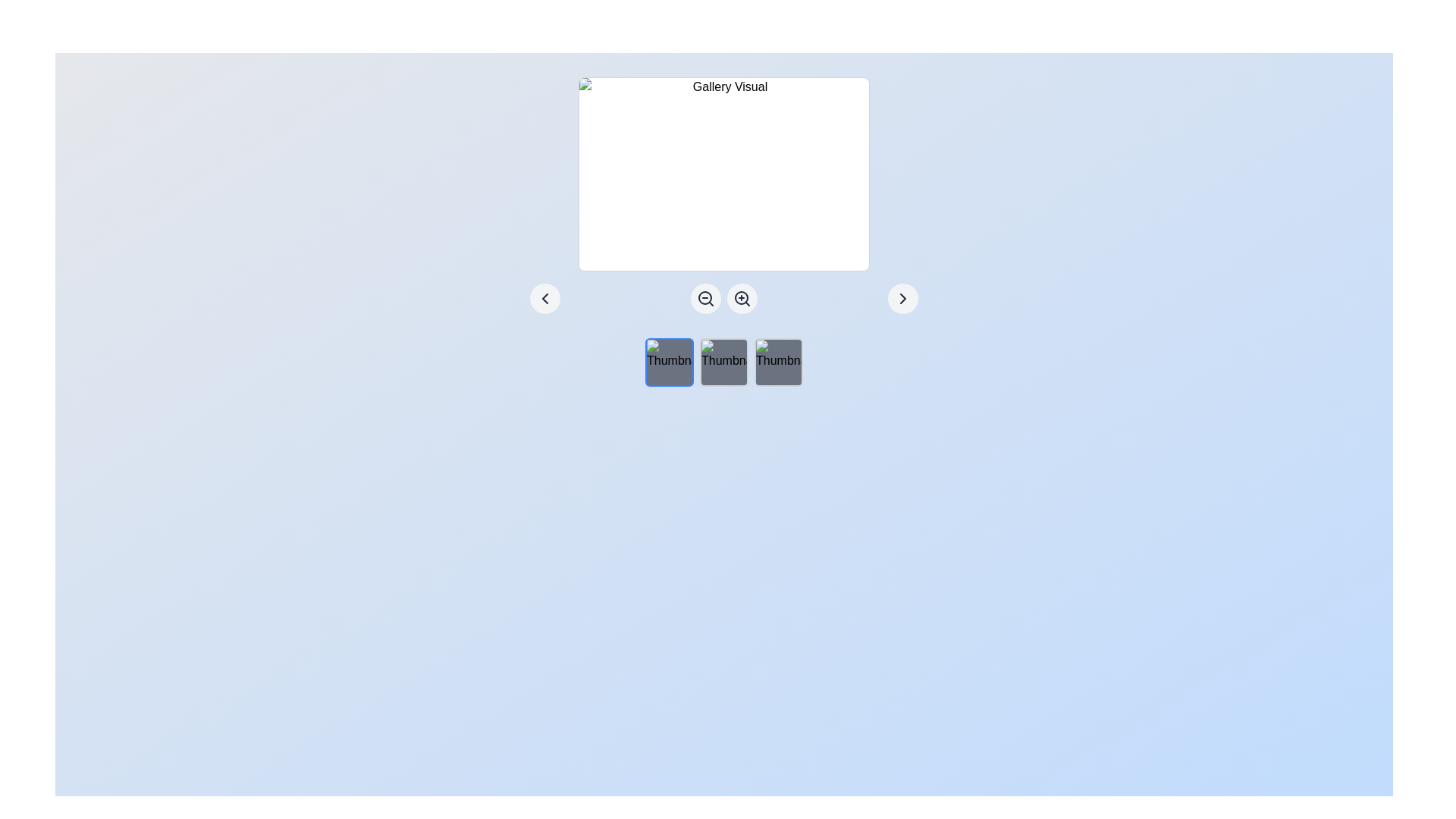  Describe the element at coordinates (723, 174) in the screenshot. I see `the image placeholder located` at that location.